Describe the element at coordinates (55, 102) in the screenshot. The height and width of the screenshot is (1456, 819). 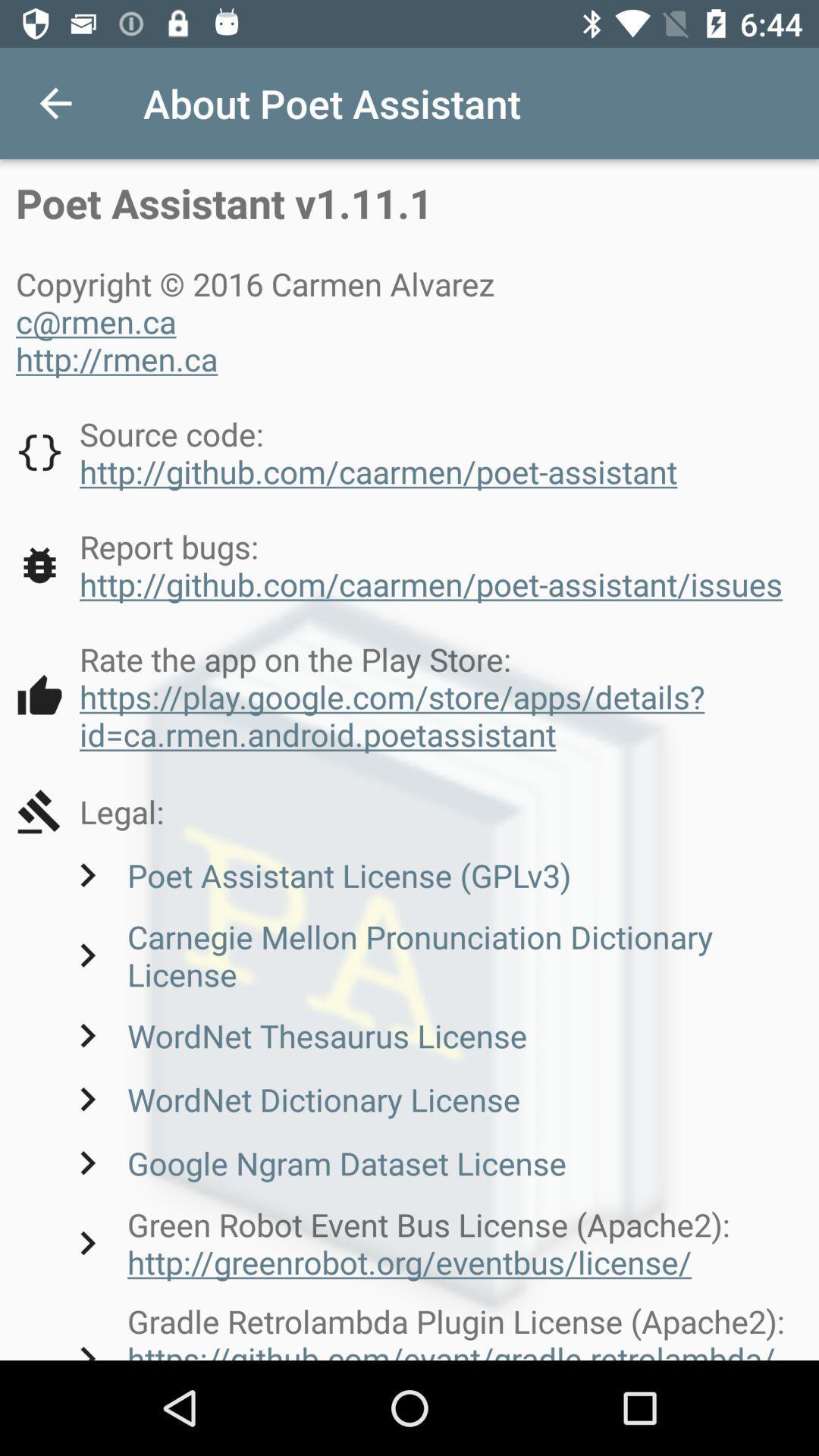
I see `icon to the left of the about poet assistant icon` at that location.